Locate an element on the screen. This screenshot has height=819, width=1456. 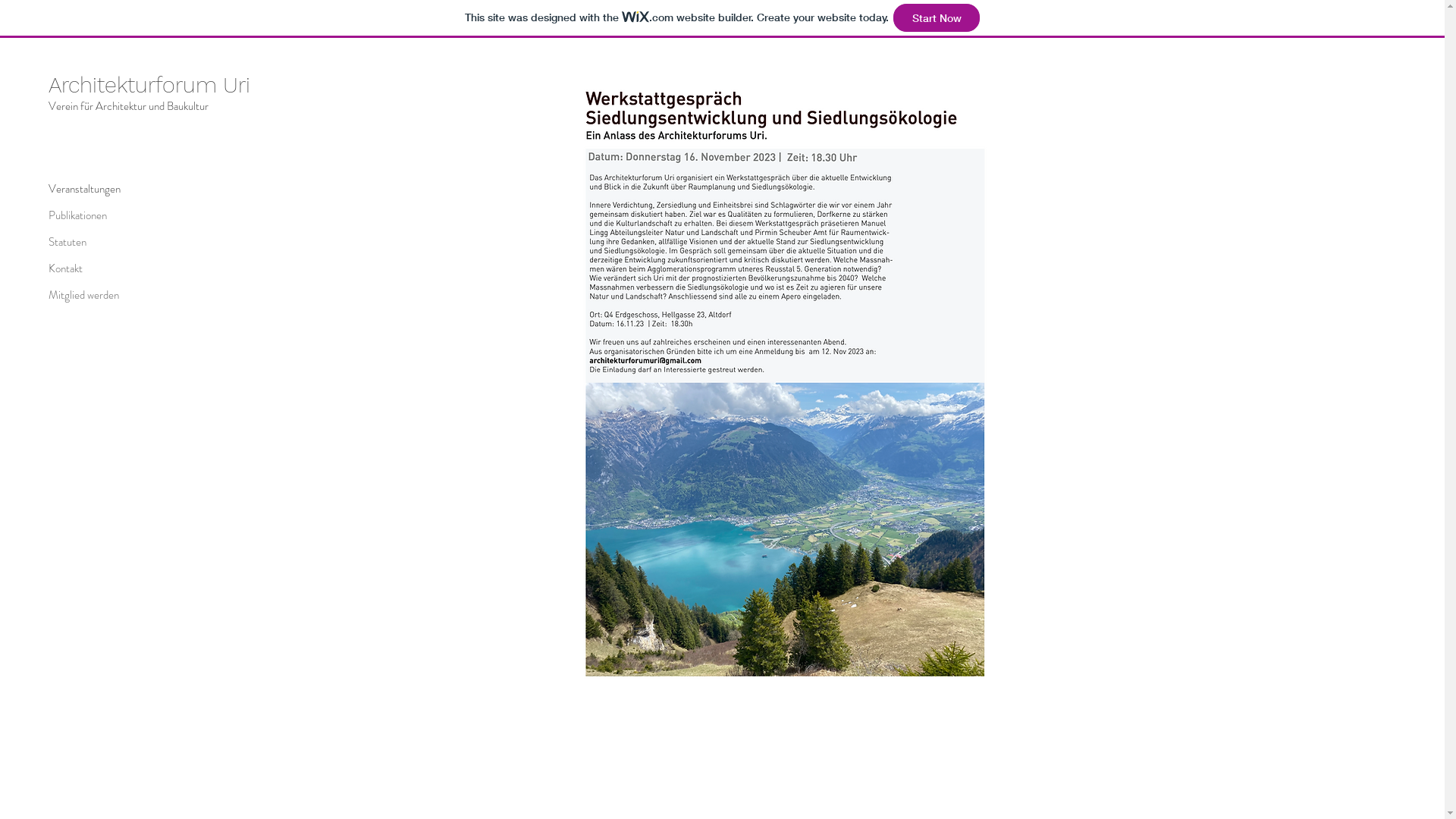
'Kontakt' is located at coordinates (101, 268).